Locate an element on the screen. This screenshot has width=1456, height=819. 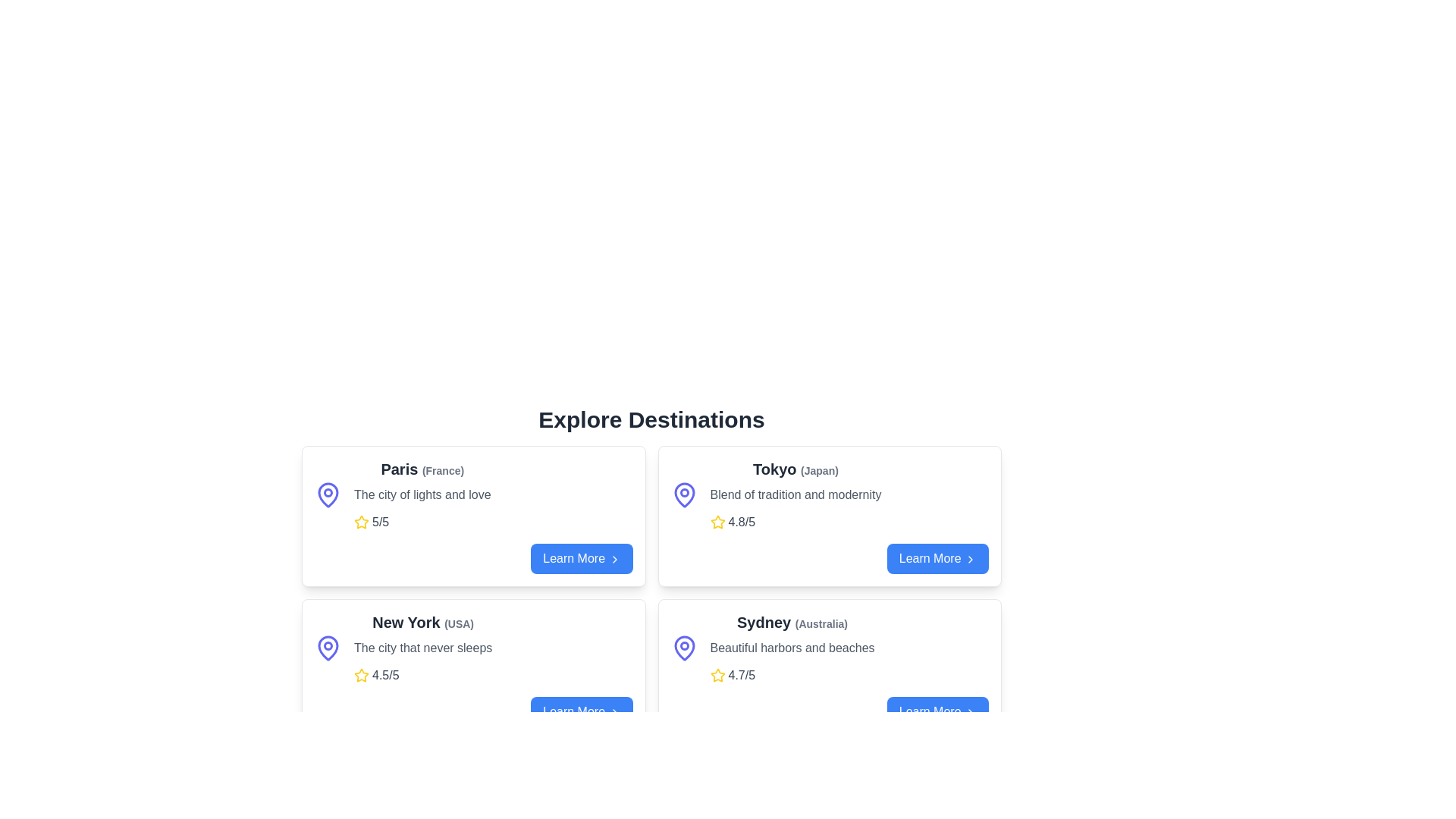
the rating information displayed in the Text with Icon is located at coordinates (795, 522).